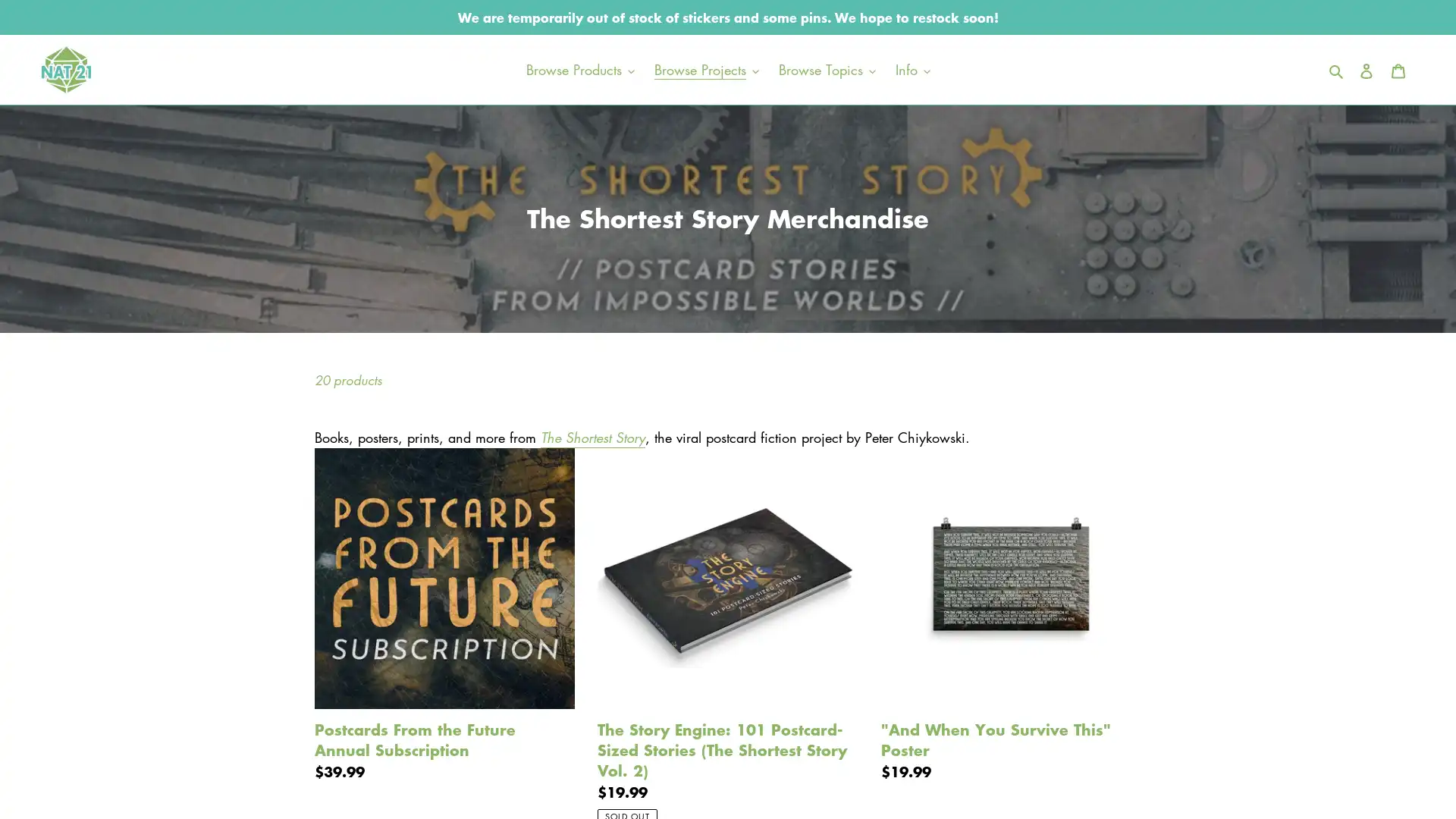  What do you see at coordinates (912, 69) in the screenshot?
I see `Info` at bounding box center [912, 69].